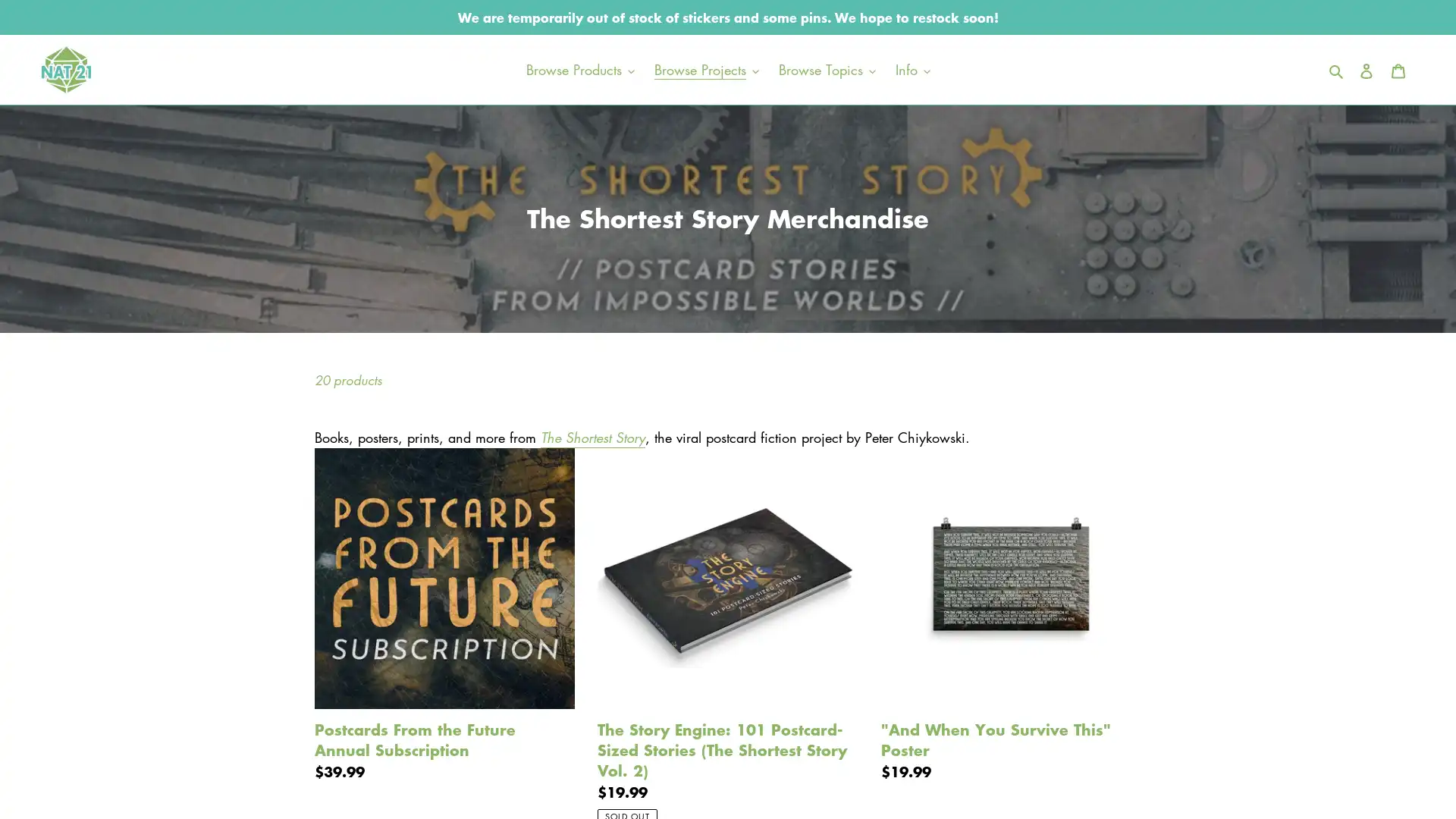  What do you see at coordinates (912, 69) in the screenshot?
I see `Info` at bounding box center [912, 69].